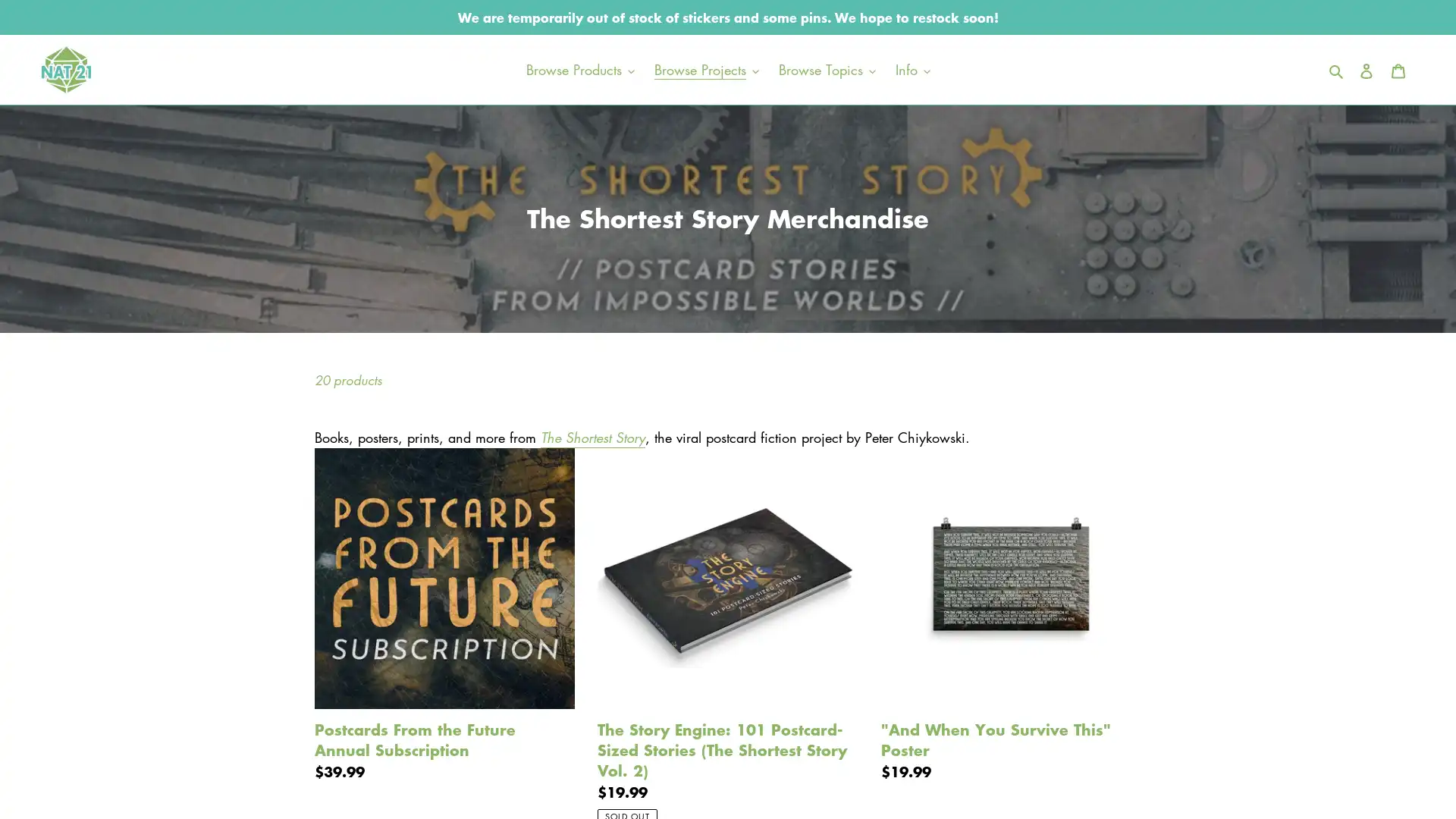  What do you see at coordinates (912, 69) in the screenshot?
I see `Info` at bounding box center [912, 69].